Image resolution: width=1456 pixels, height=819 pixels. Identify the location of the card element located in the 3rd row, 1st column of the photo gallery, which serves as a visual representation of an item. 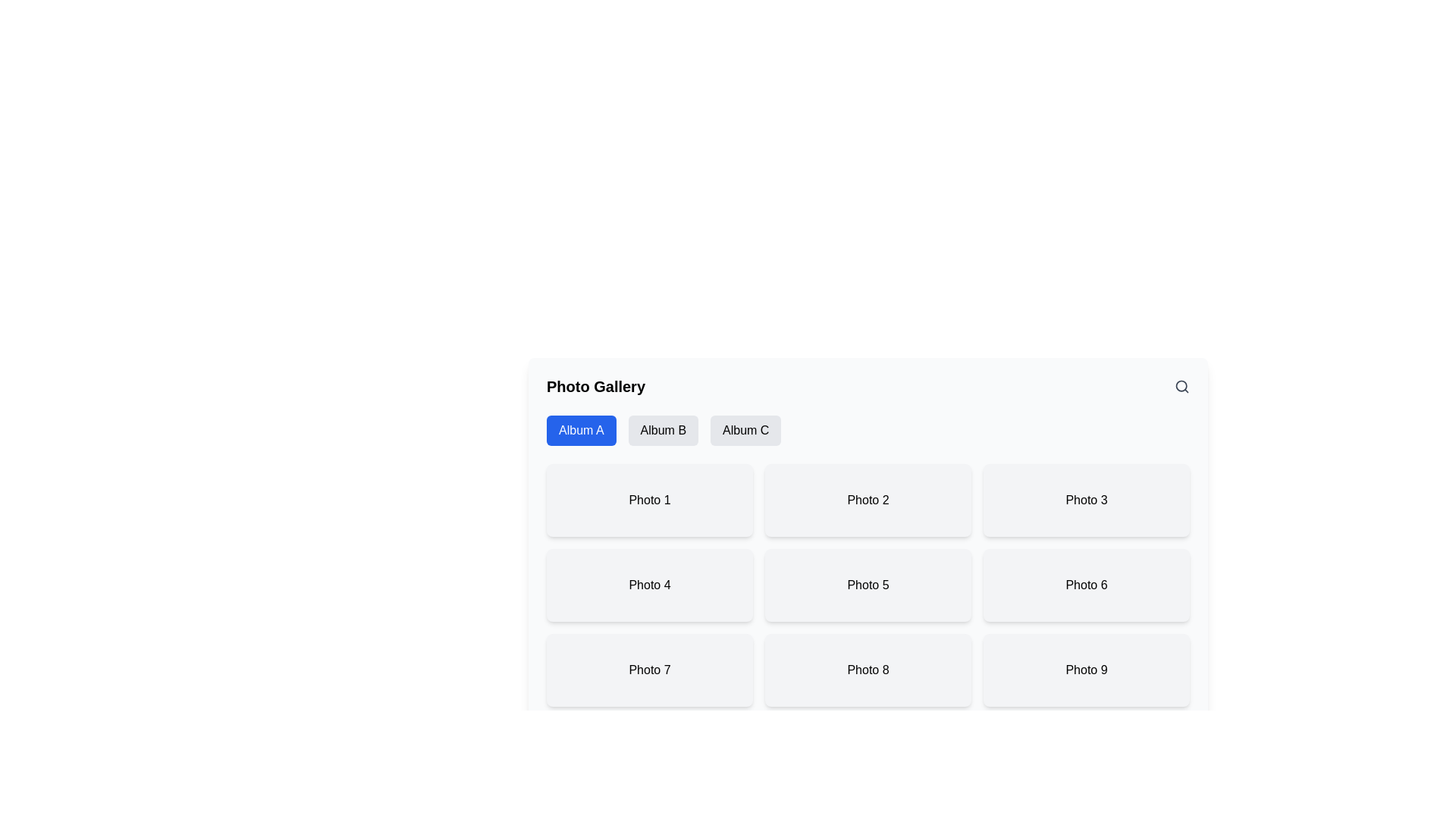
(650, 669).